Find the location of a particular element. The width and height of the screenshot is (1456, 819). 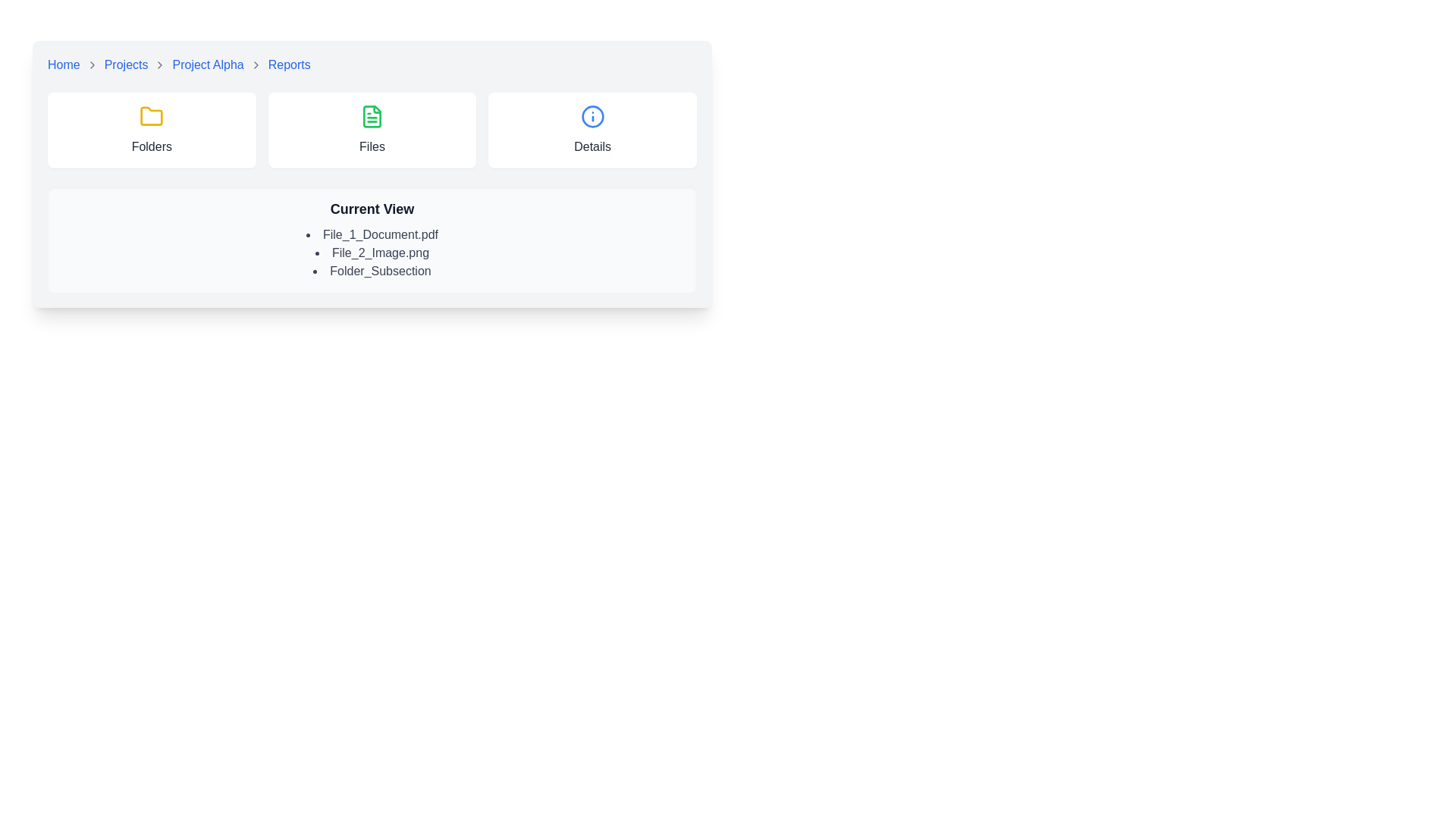

the folder icon located at the top of the 'Folders' section, which visually represents a folder and has a text label 'Folders' below it is located at coordinates (152, 116).